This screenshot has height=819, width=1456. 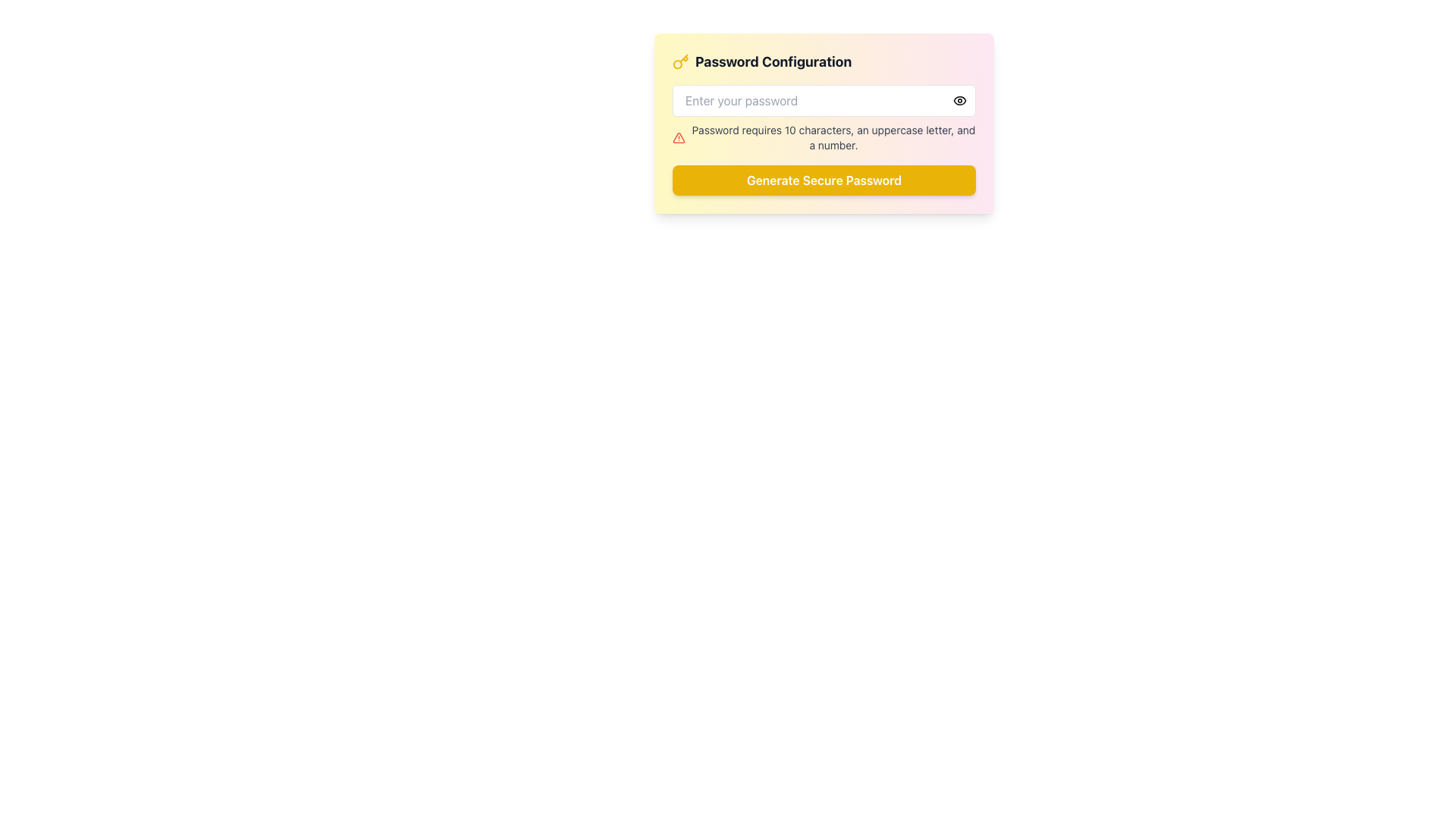 I want to click on the red triangular SVG icon that is positioned to the left of the password requirements text and above the orange 'Generate Secure Password' button, so click(x=678, y=137).